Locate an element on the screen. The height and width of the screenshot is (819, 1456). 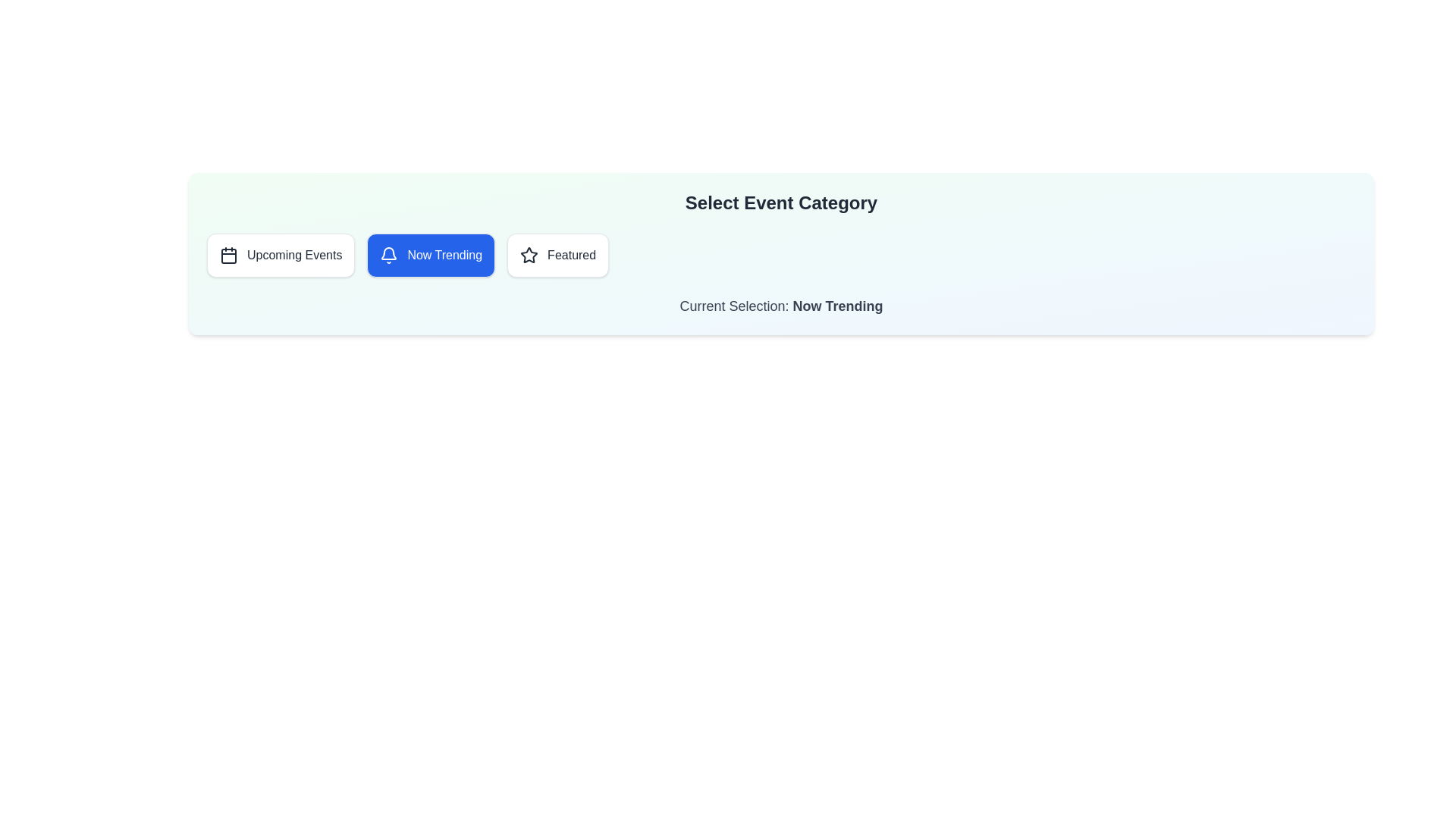
the 'Upcoming Events' button, which is a horizontal button with a white background and gray border is located at coordinates (281, 254).